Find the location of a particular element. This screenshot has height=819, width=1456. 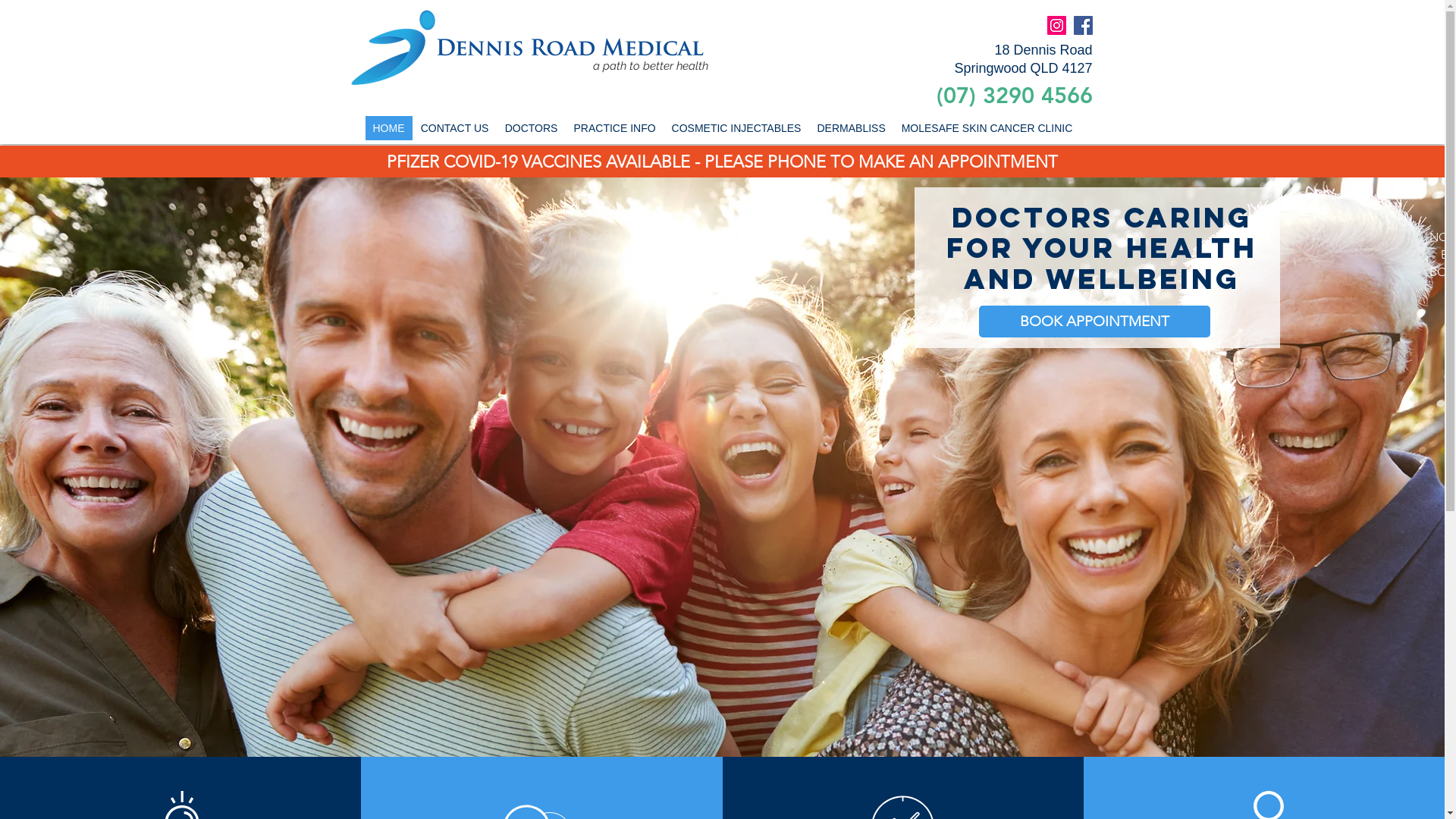

'MOLESAFE SKIN CANCER CLINIC' is located at coordinates (987, 127).